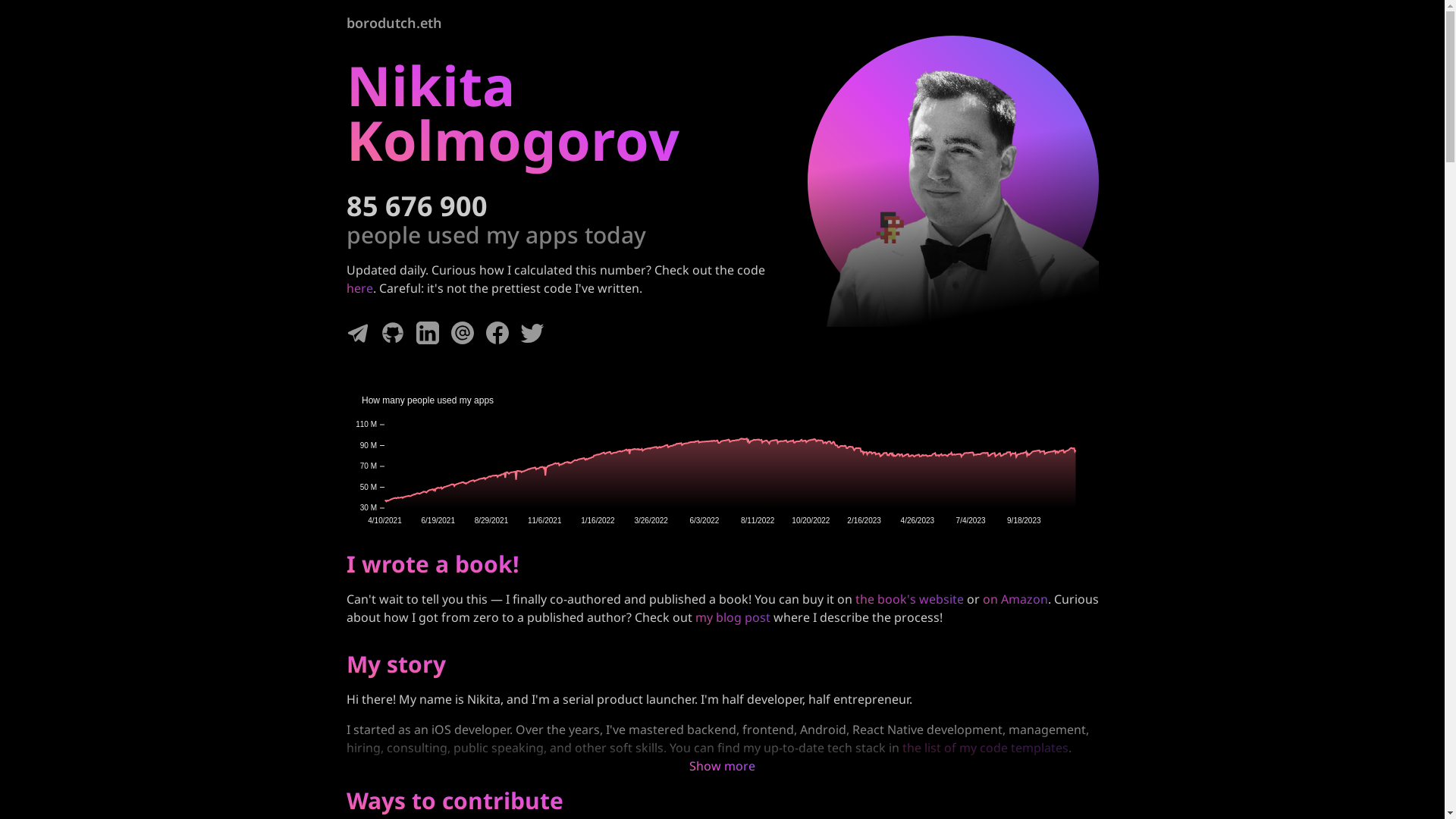 This screenshot has height=819, width=1456. Describe the element at coordinates (358, 288) in the screenshot. I see `'here'` at that location.